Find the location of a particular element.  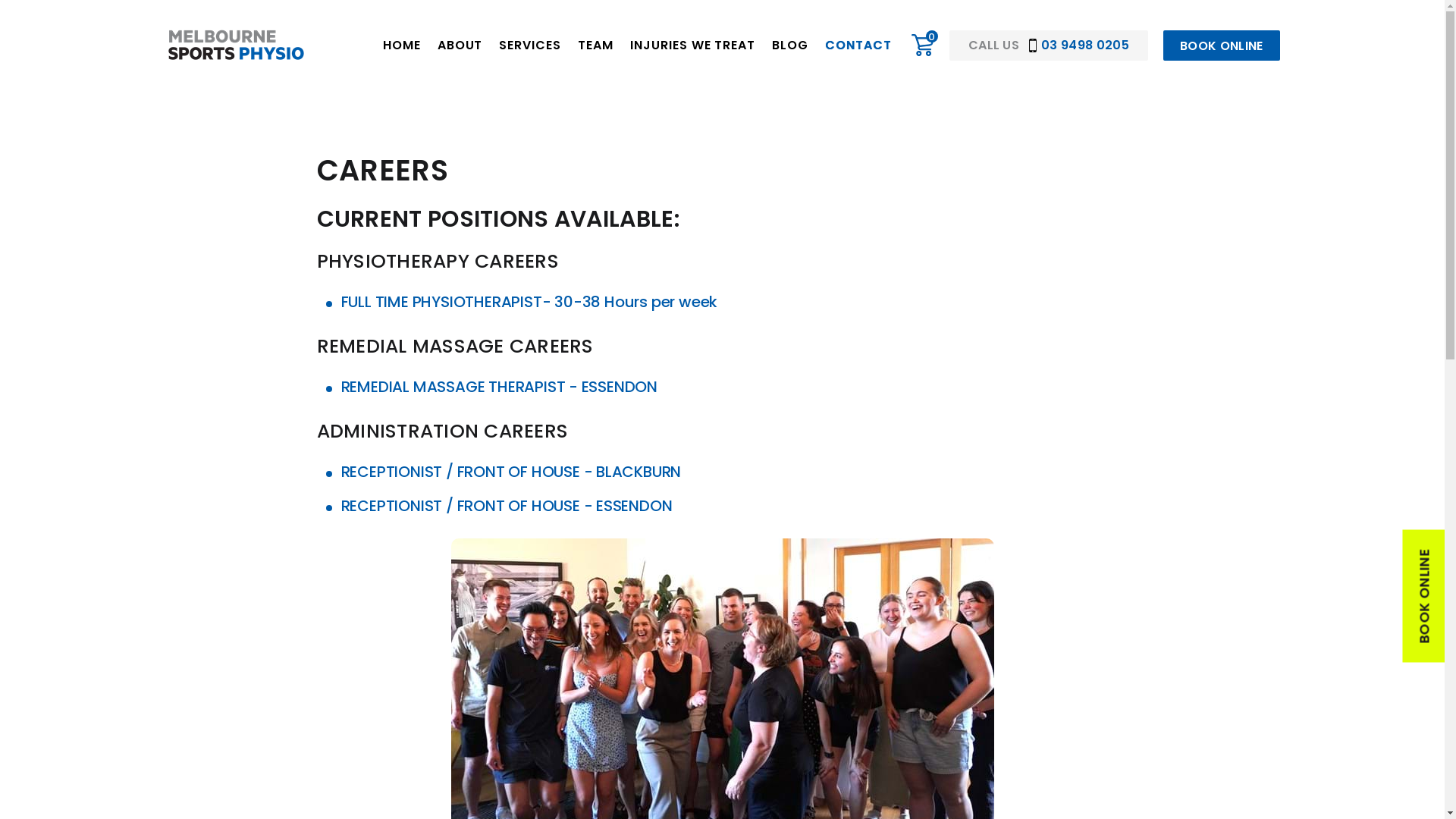

'CONTACT' is located at coordinates (858, 45).